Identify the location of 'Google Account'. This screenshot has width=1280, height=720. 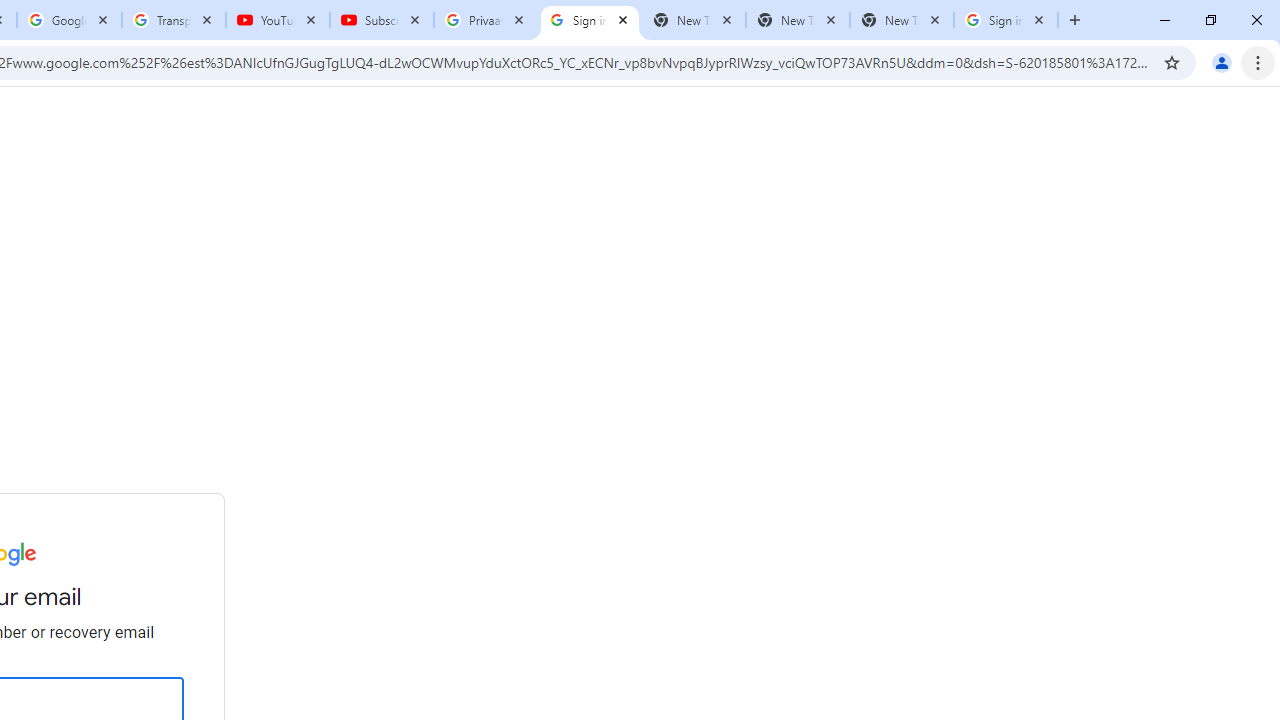
(69, 20).